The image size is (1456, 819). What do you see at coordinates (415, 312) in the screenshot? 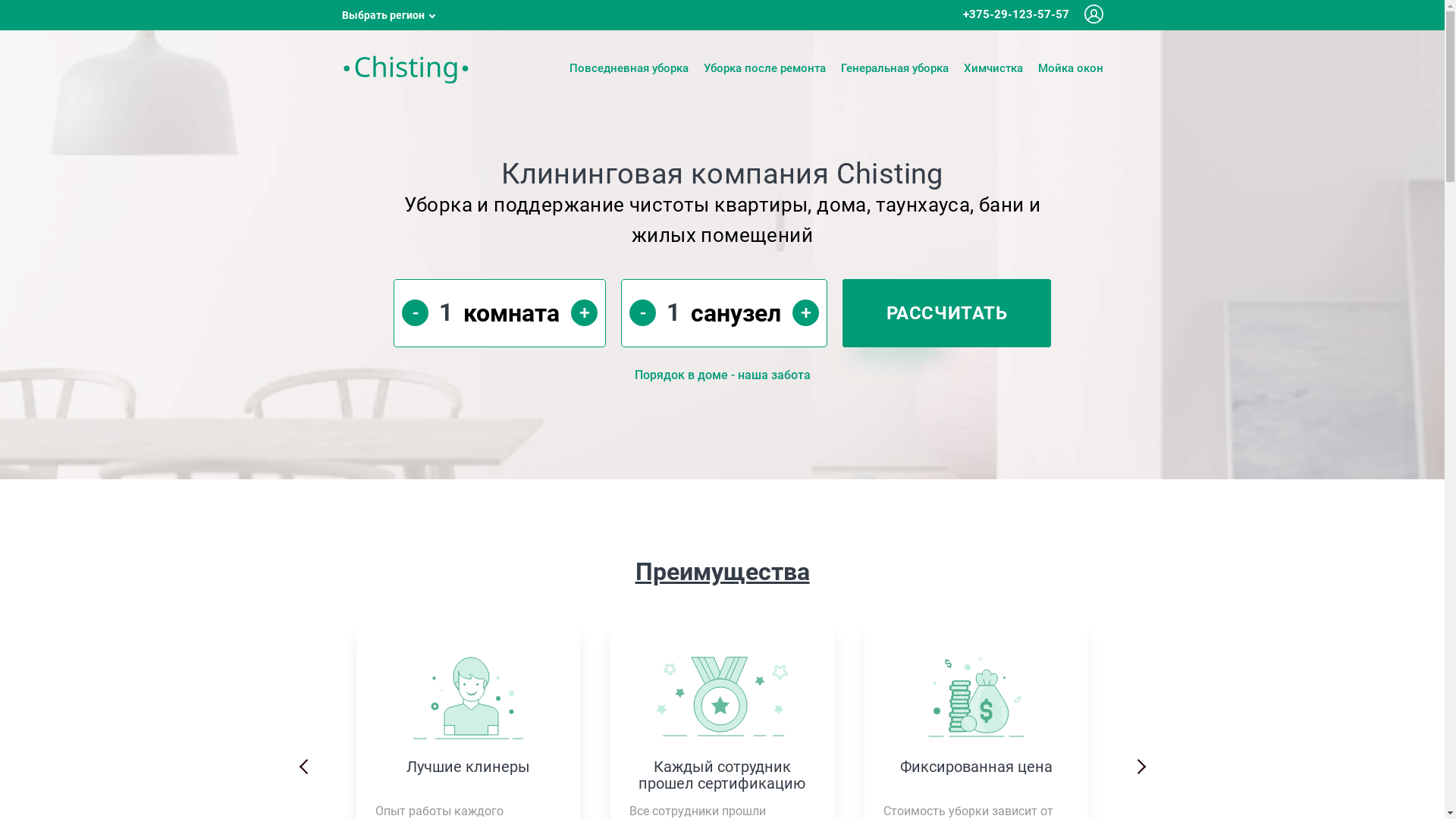
I see `'-'` at bounding box center [415, 312].